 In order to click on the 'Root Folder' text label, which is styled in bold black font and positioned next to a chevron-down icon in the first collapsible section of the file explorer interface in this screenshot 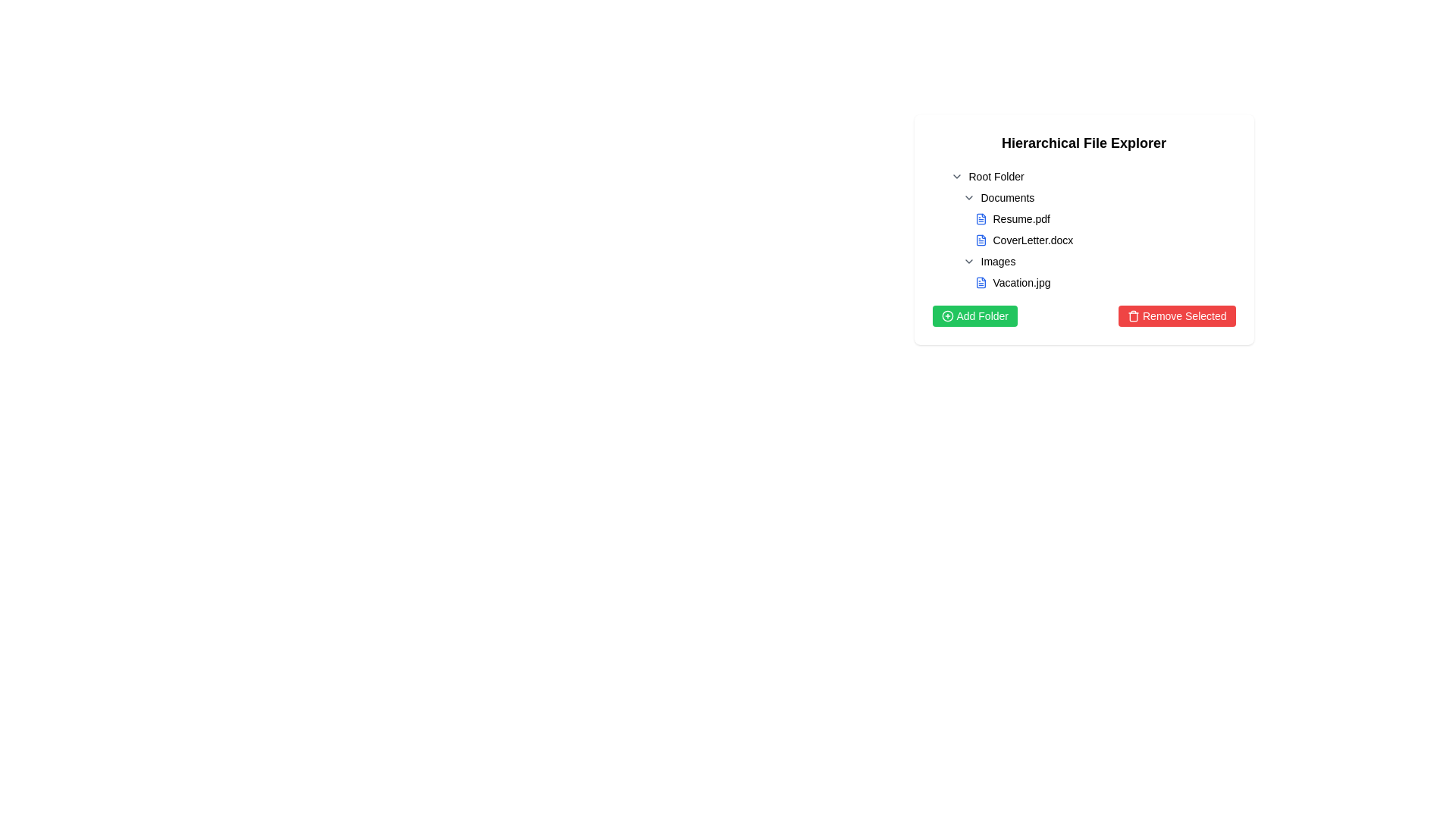, I will do `click(996, 175)`.